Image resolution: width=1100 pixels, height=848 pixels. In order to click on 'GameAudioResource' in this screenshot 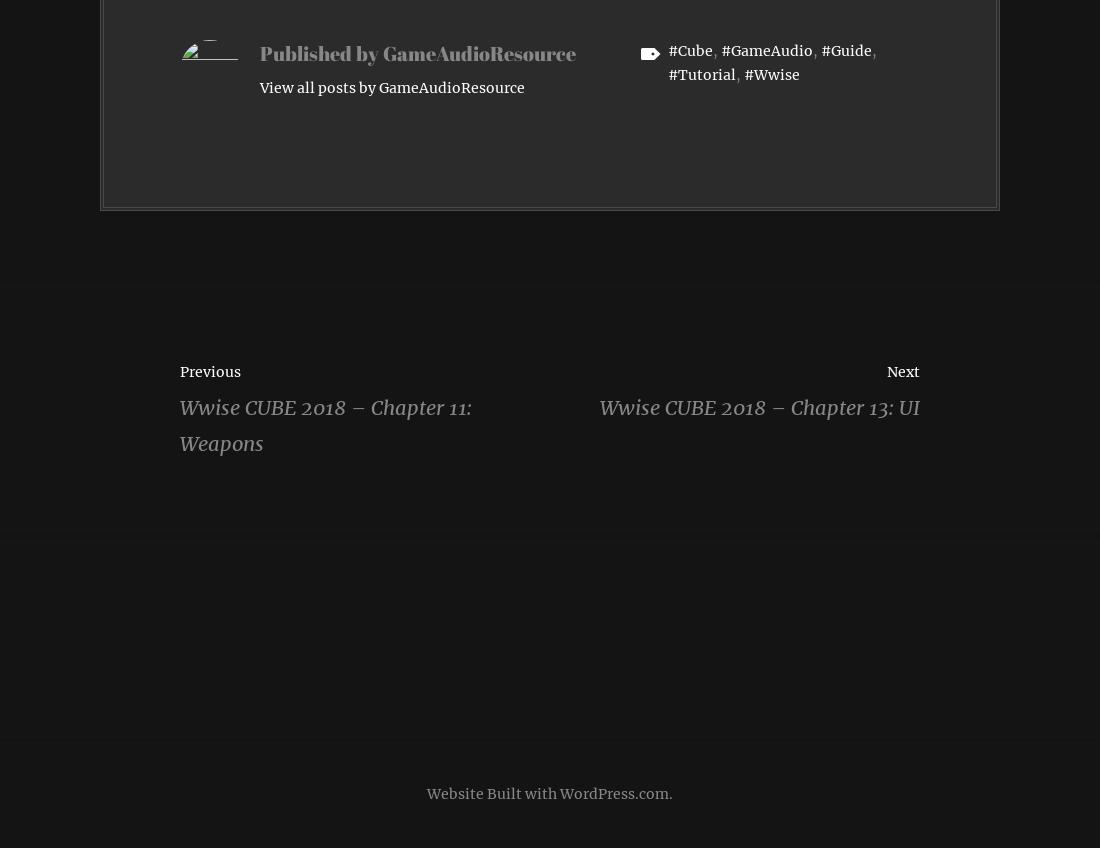, I will do `click(478, 52)`.